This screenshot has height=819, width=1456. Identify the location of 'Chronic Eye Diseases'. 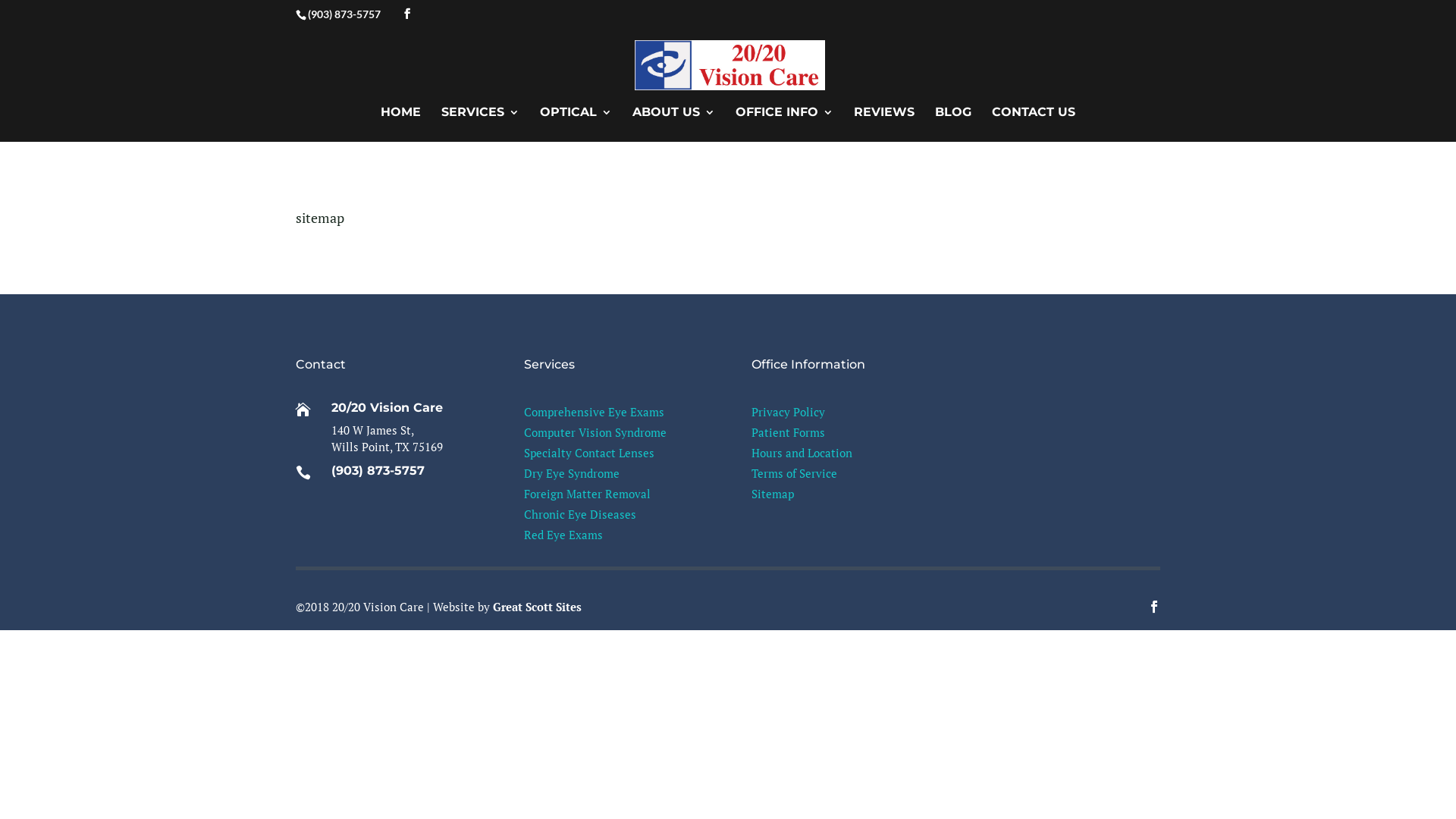
(579, 513).